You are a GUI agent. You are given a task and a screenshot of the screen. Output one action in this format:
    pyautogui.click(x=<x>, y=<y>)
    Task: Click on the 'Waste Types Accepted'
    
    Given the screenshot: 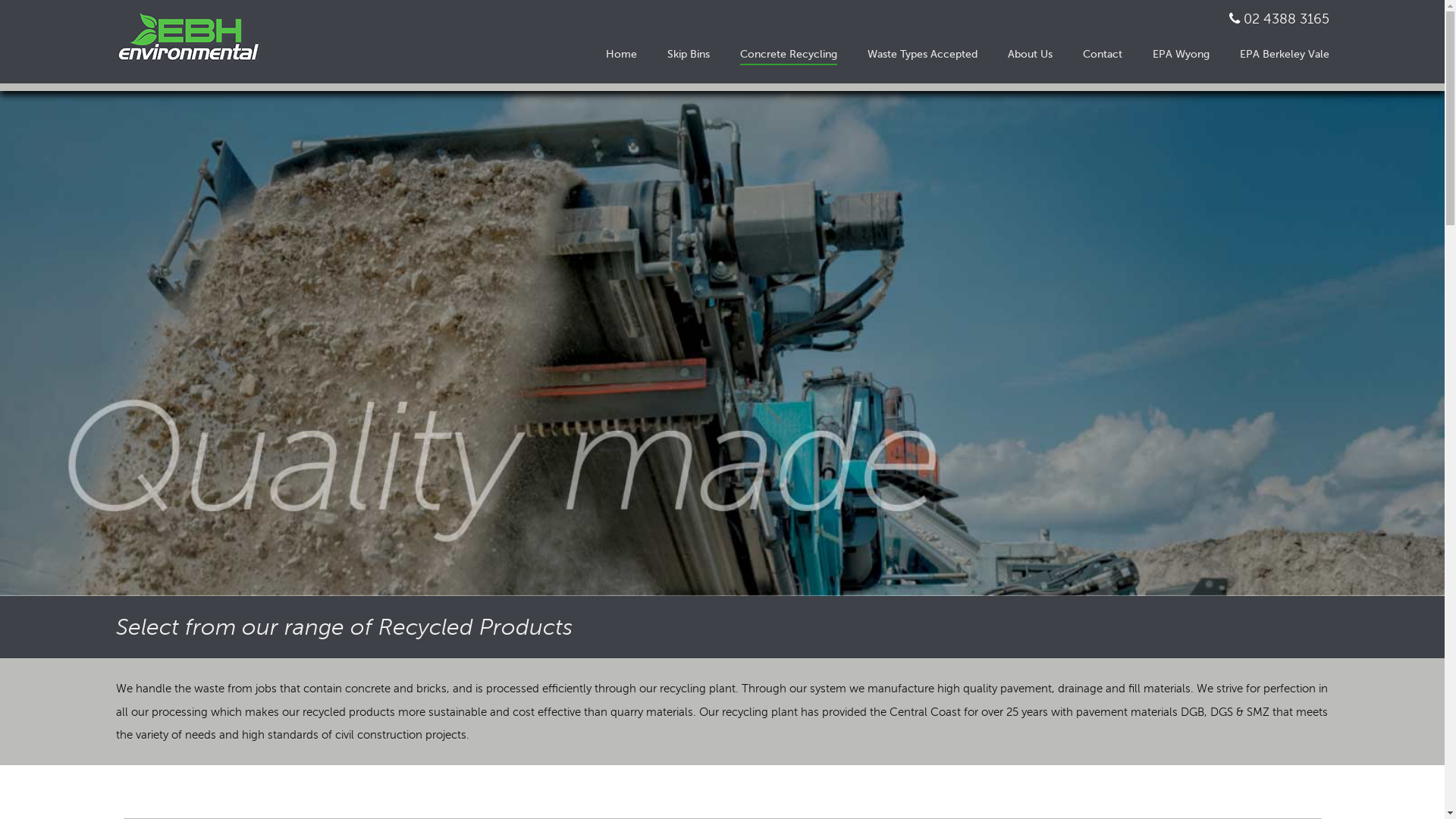 What is the action you would take?
    pyautogui.click(x=921, y=53)
    